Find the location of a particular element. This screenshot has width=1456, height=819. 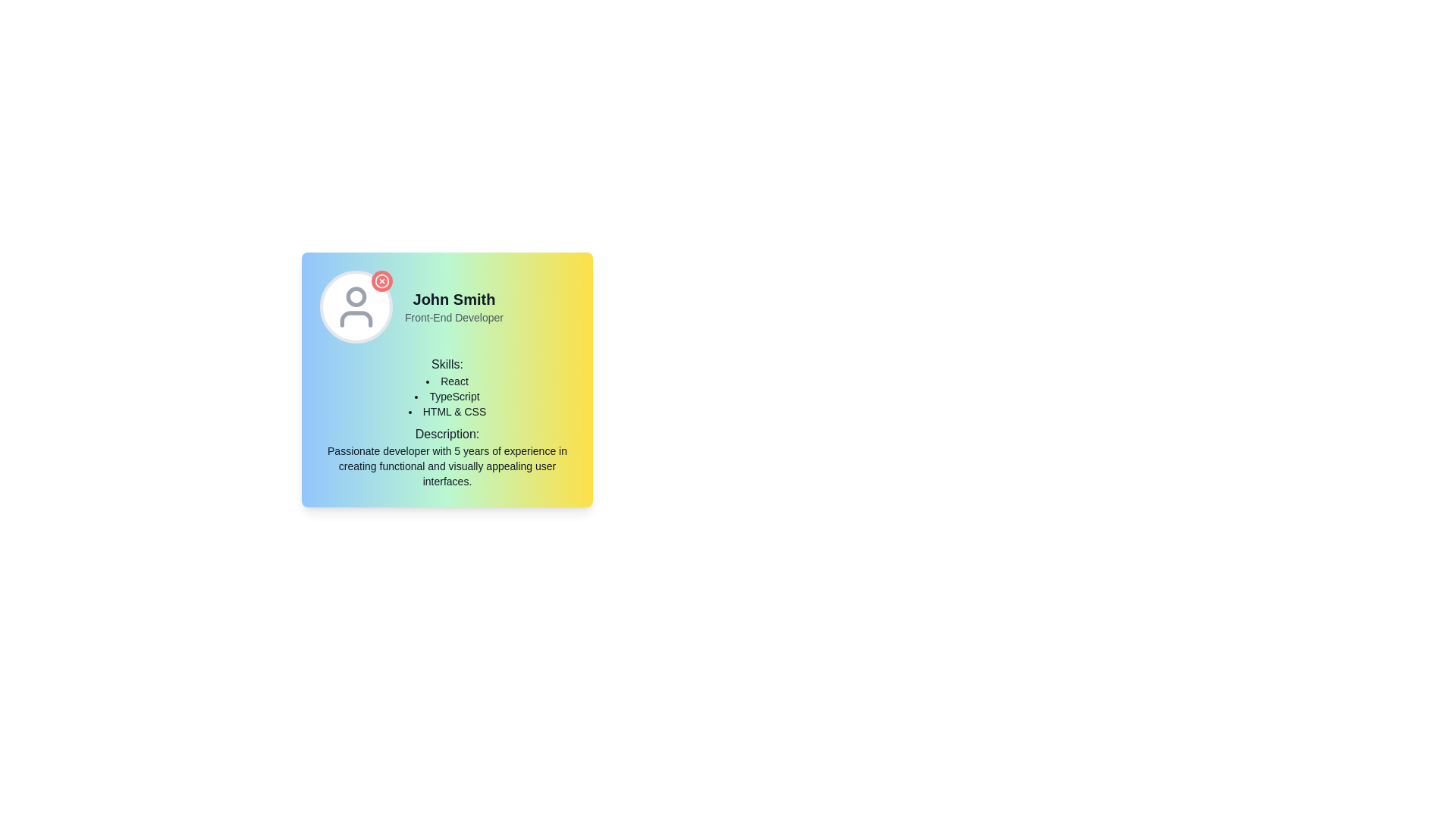

the text block titled 'Skills:' which includes a list of programming technologies: 'React', 'TypeScript', and 'HTML & CSS' is located at coordinates (447, 386).